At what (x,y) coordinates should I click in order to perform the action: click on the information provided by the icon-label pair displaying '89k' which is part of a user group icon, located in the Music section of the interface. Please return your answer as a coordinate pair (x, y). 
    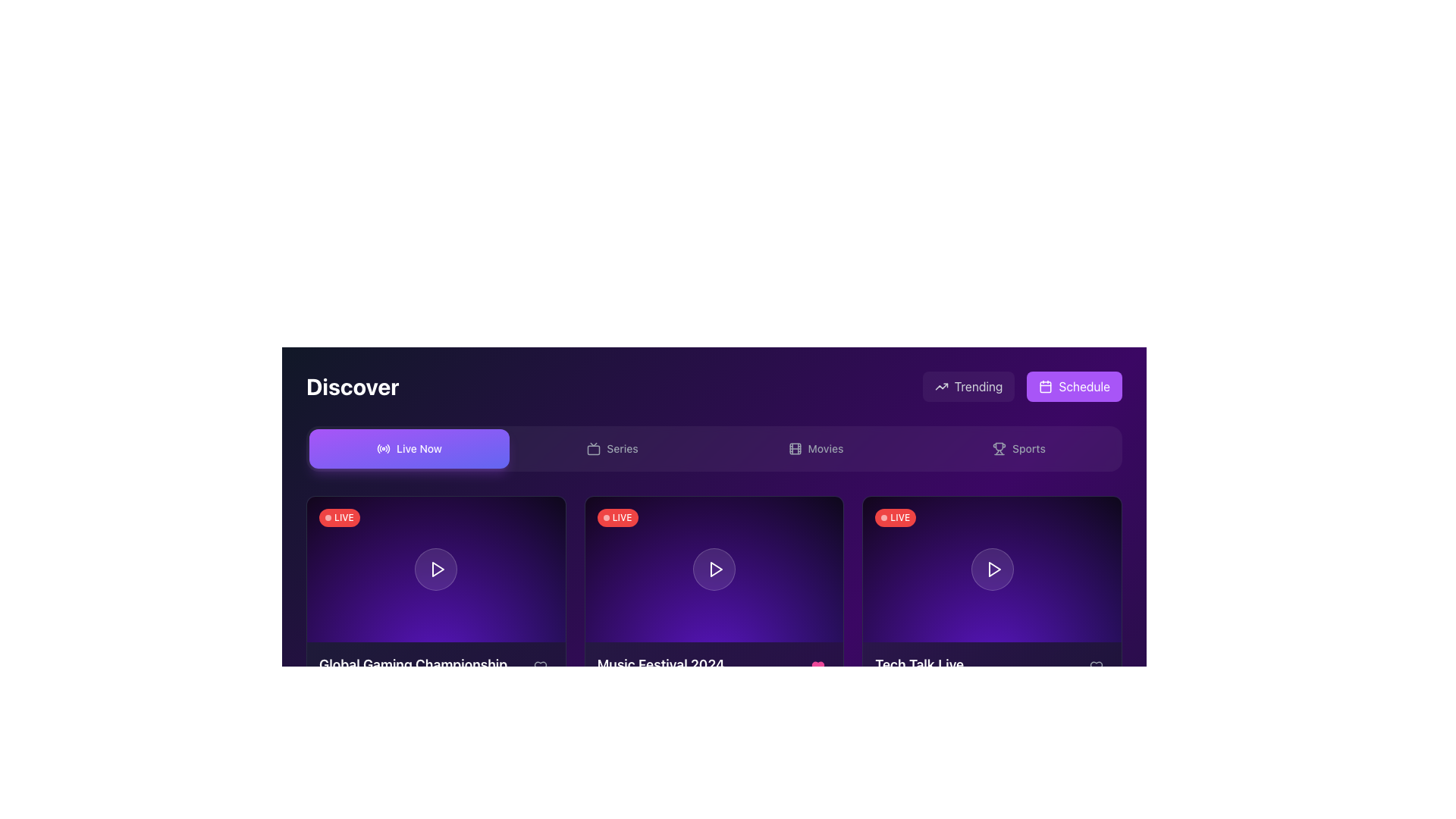
    Looking at the image, I should click on (701, 699).